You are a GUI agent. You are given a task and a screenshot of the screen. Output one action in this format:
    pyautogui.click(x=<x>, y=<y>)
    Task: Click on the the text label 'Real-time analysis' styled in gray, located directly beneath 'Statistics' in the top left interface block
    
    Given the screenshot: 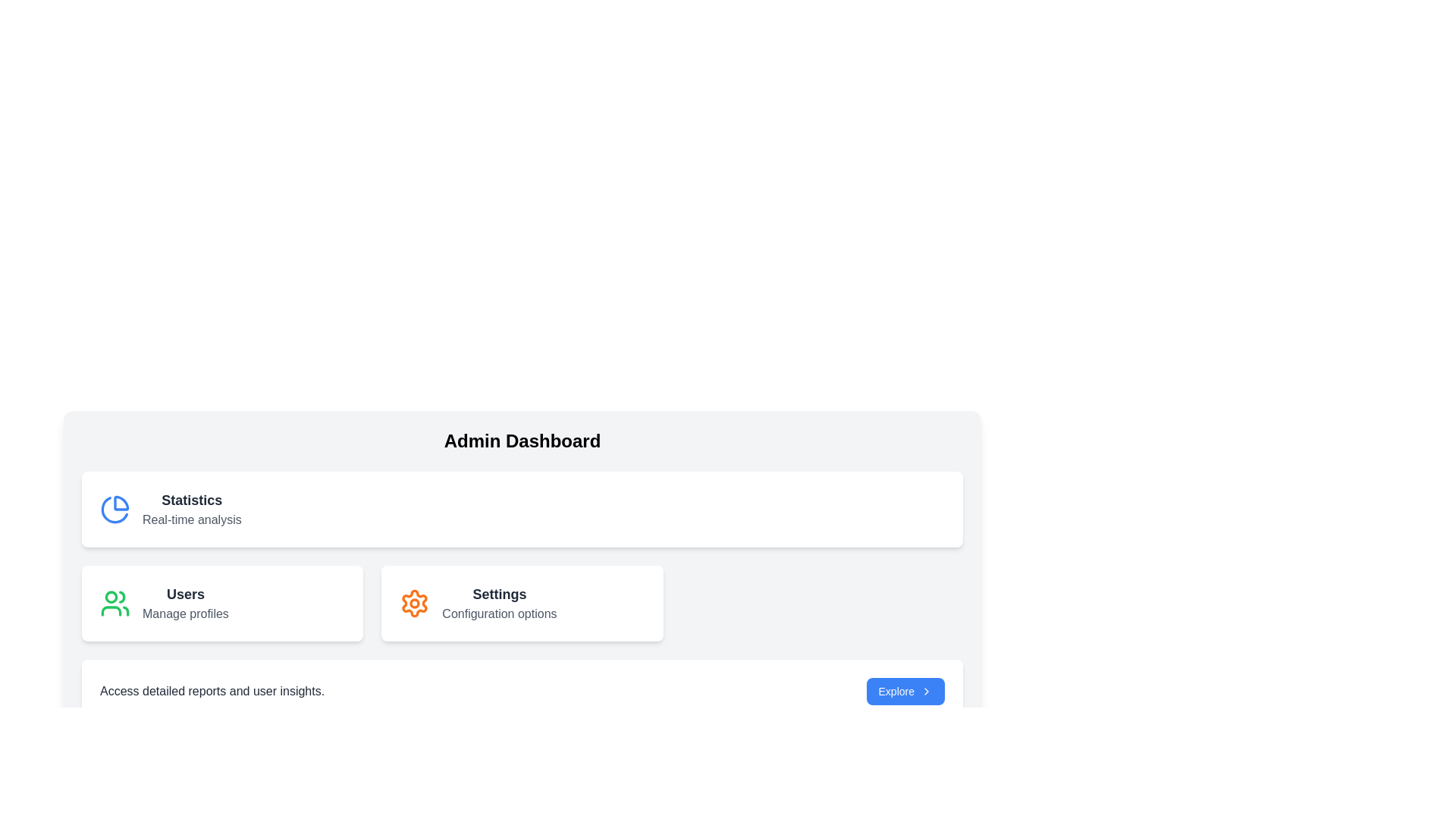 What is the action you would take?
    pyautogui.click(x=191, y=519)
    